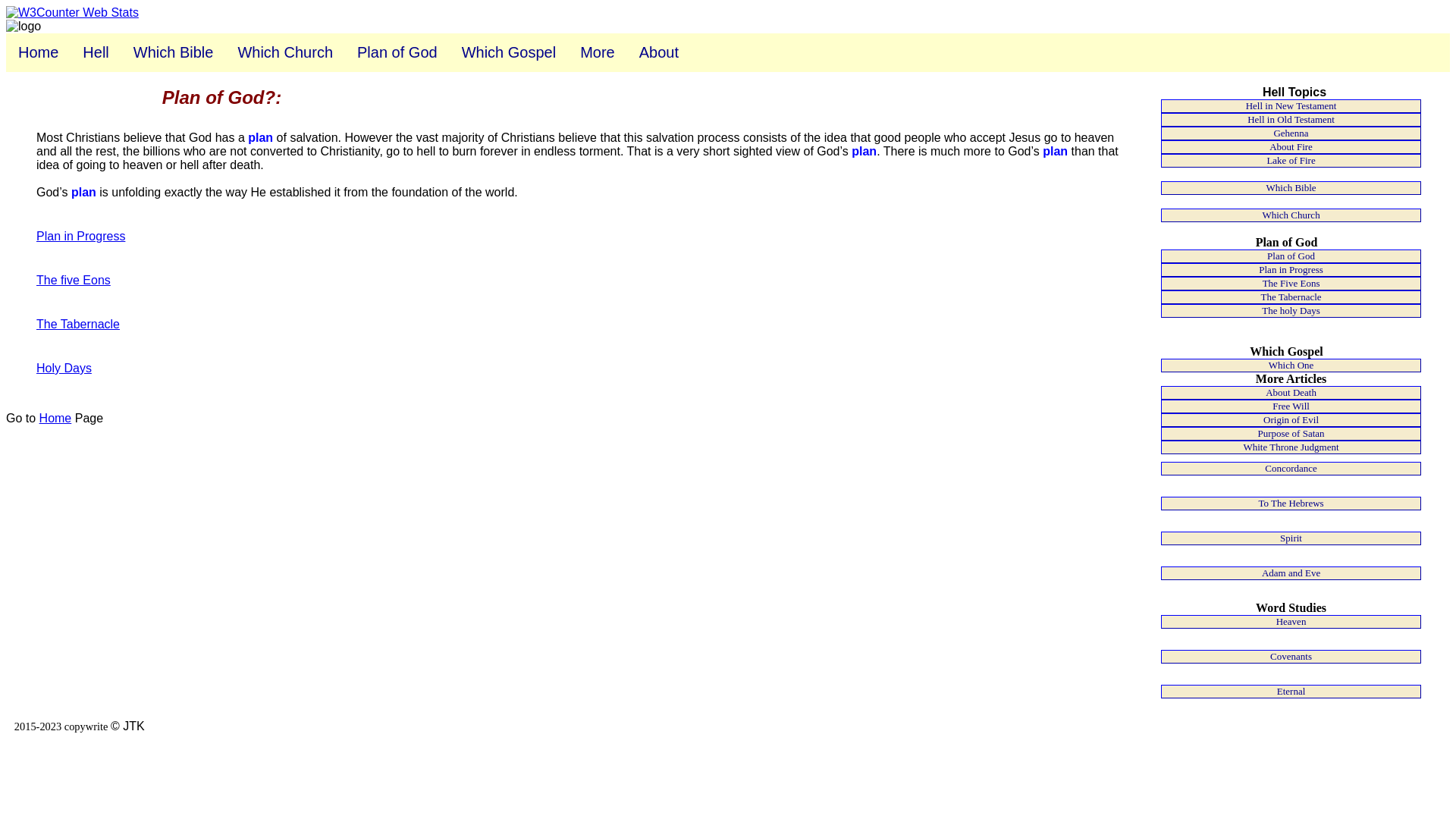  What do you see at coordinates (1160, 105) in the screenshot?
I see `'Hell in New Testament'` at bounding box center [1160, 105].